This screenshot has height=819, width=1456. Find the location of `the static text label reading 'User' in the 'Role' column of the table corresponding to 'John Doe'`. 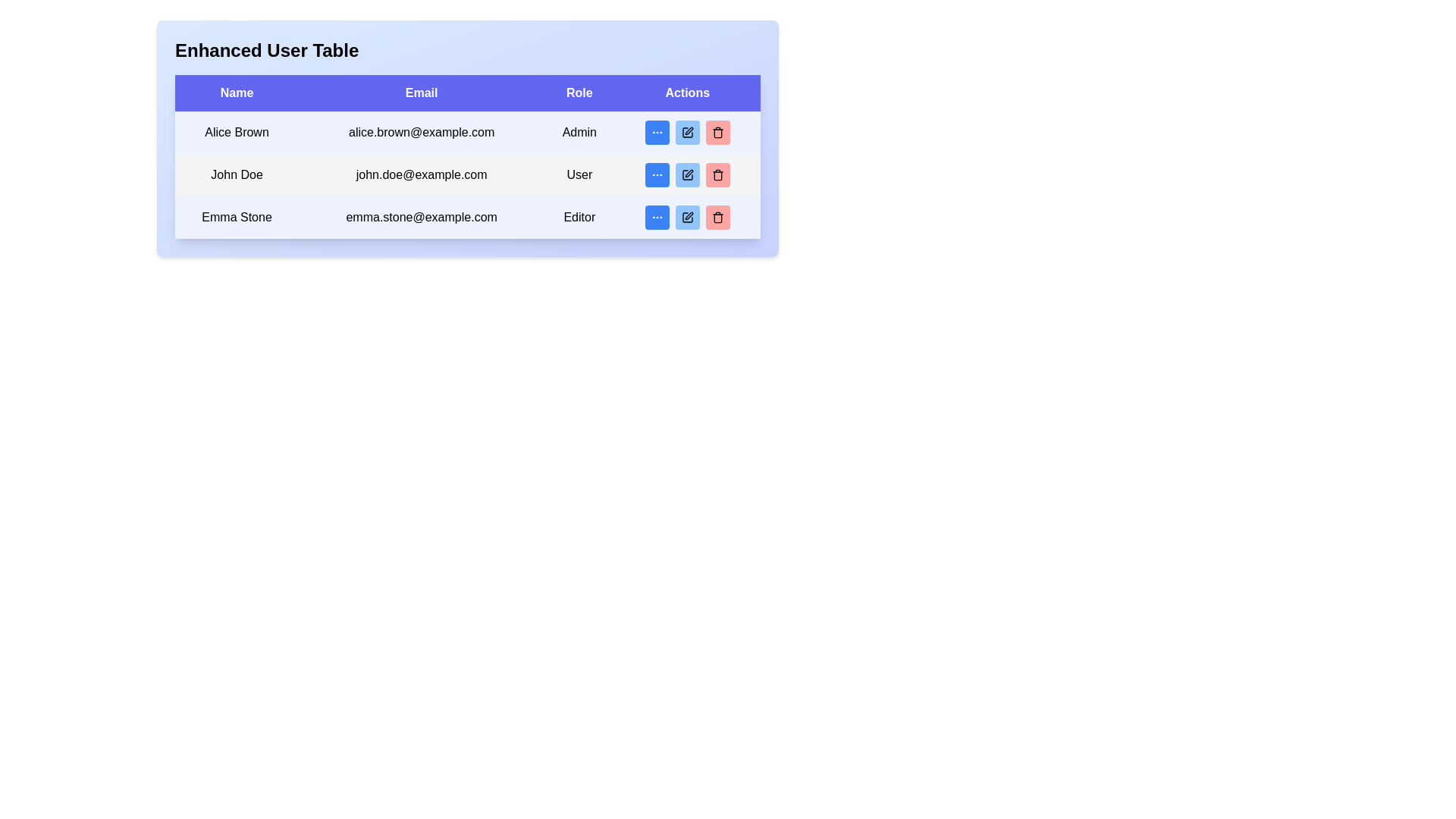

the static text label reading 'User' in the 'Role' column of the table corresponding to 'John Doe' is located at coordinates (579, 174).